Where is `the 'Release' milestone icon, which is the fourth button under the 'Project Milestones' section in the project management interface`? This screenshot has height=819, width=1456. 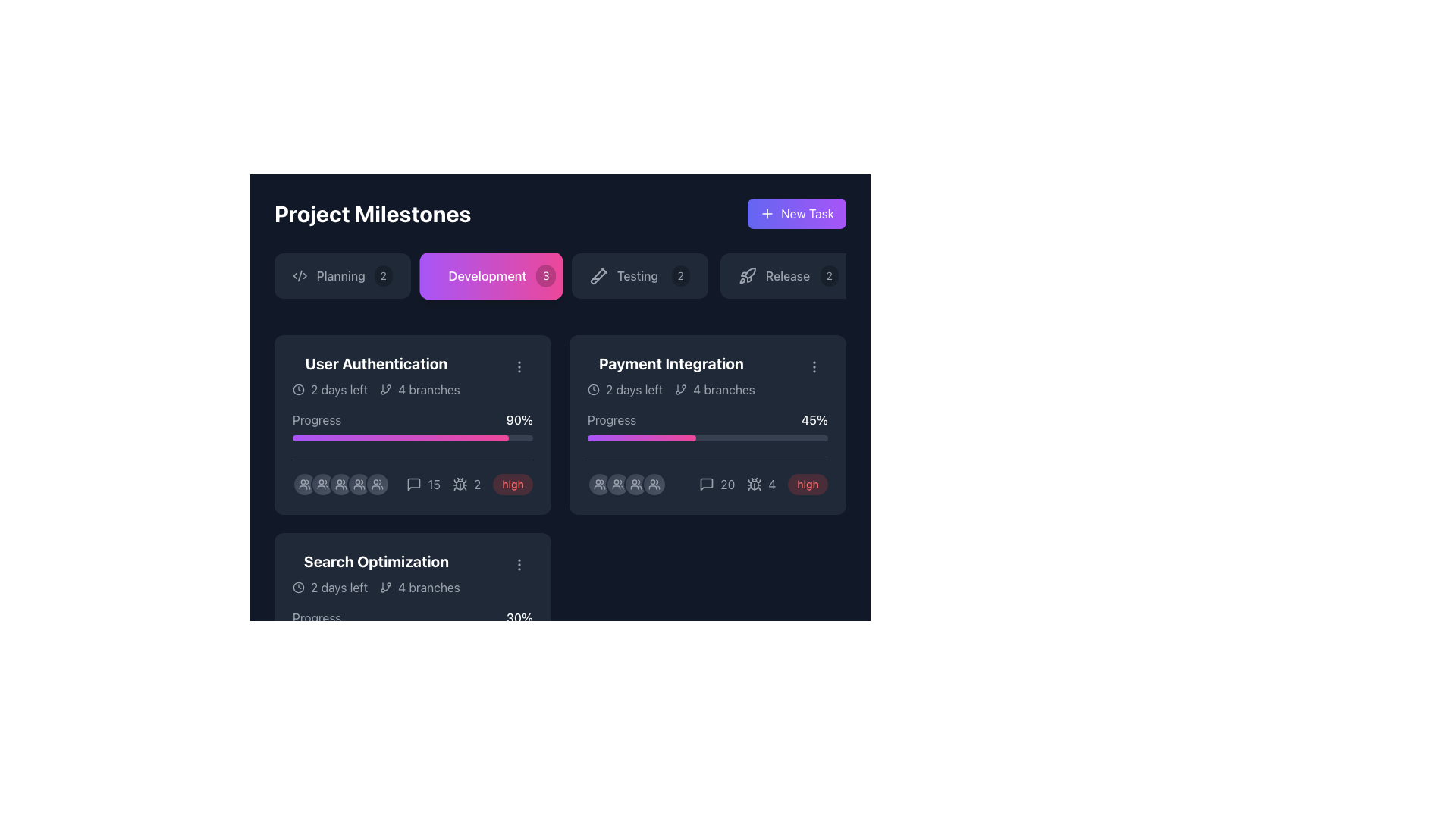
the 'Release' milestone icon, which is the fourth button under the 'Project Milestones' section in the project management interface is located at coordinates (750, 273).